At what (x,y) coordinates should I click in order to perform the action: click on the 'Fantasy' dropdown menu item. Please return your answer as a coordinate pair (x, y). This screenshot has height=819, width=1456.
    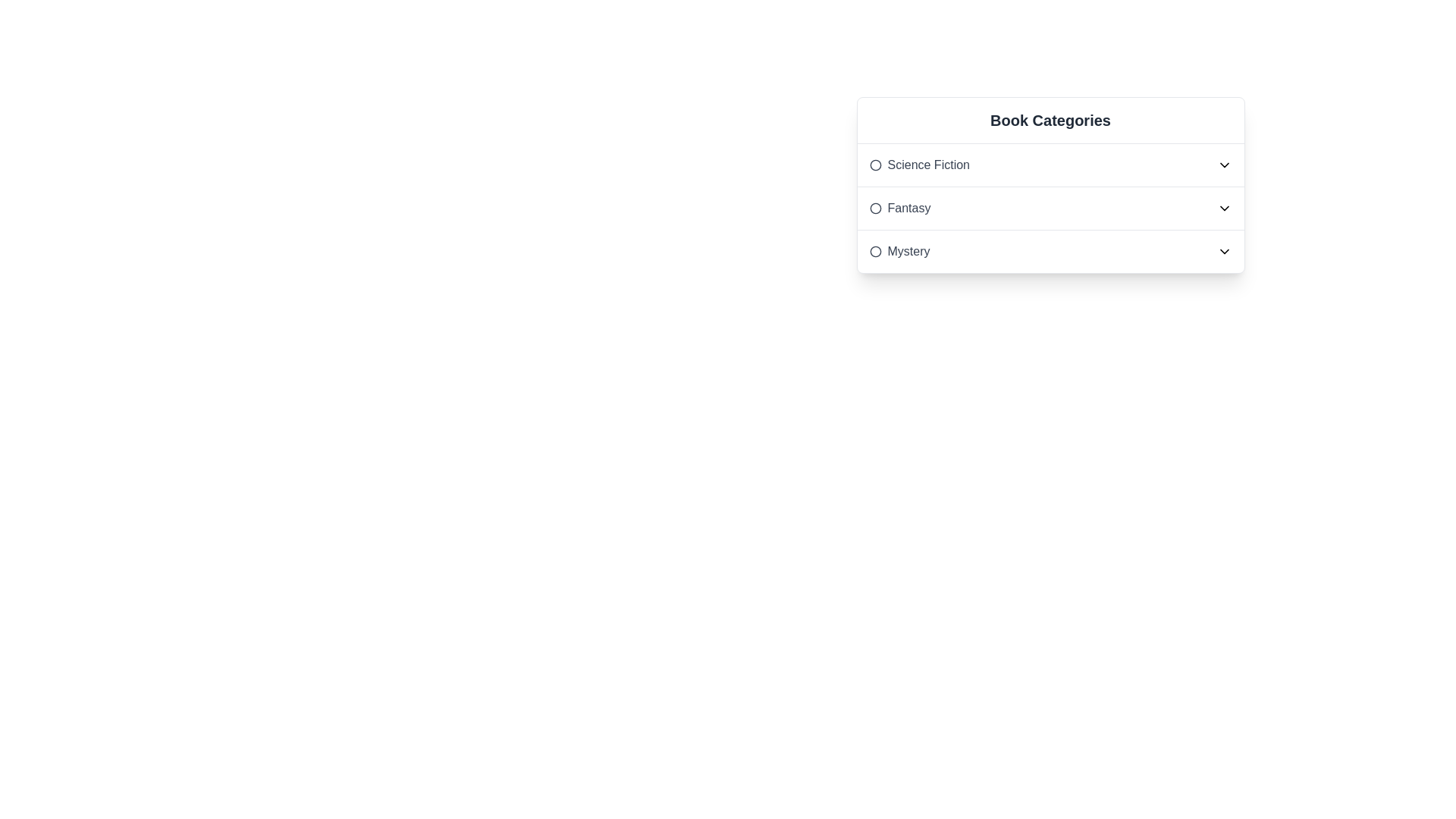
    Looking at the image, I should click on (1050, 208).